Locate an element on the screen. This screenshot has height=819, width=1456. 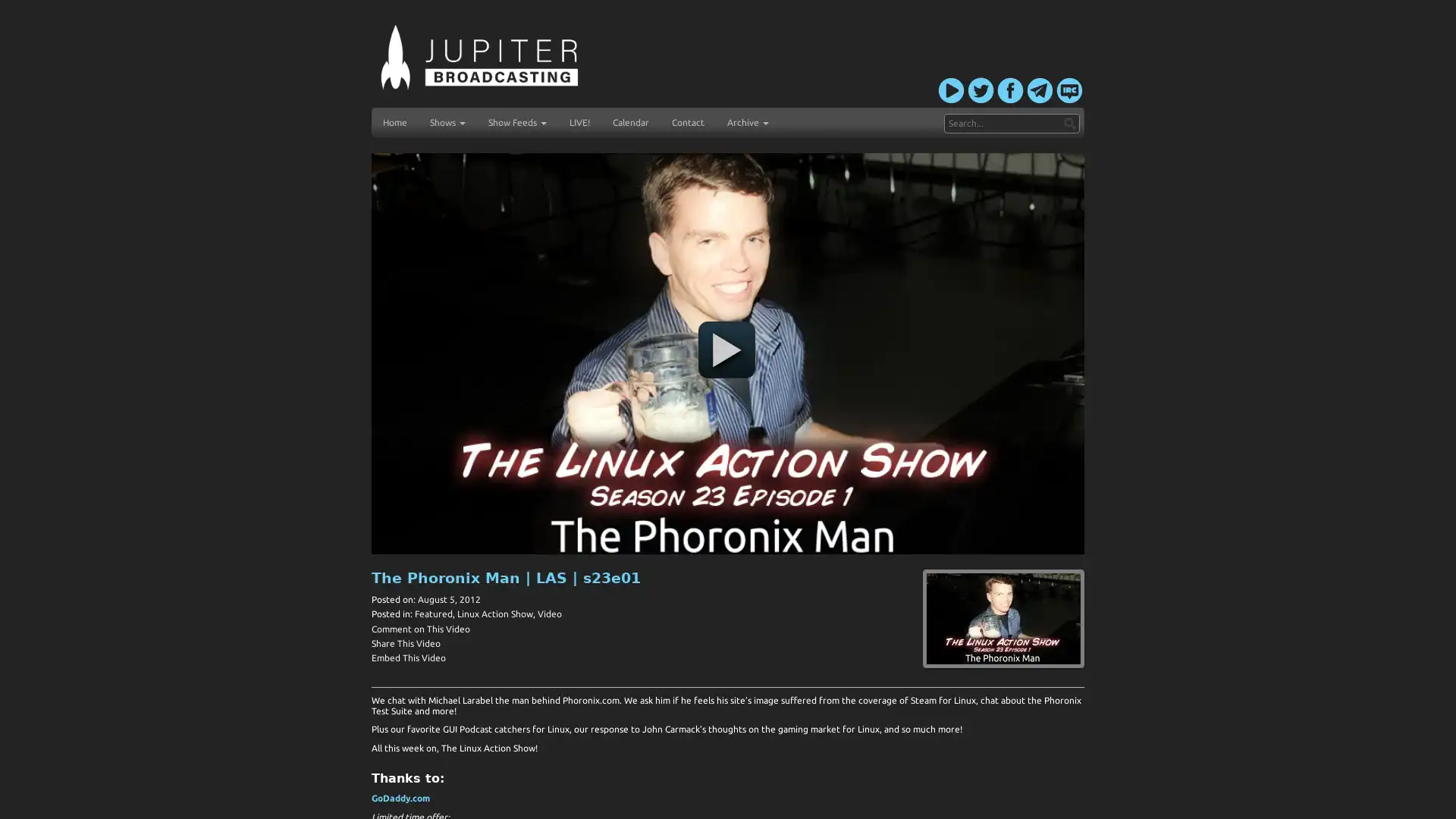
Submit is located at coordinates (1069, 122).